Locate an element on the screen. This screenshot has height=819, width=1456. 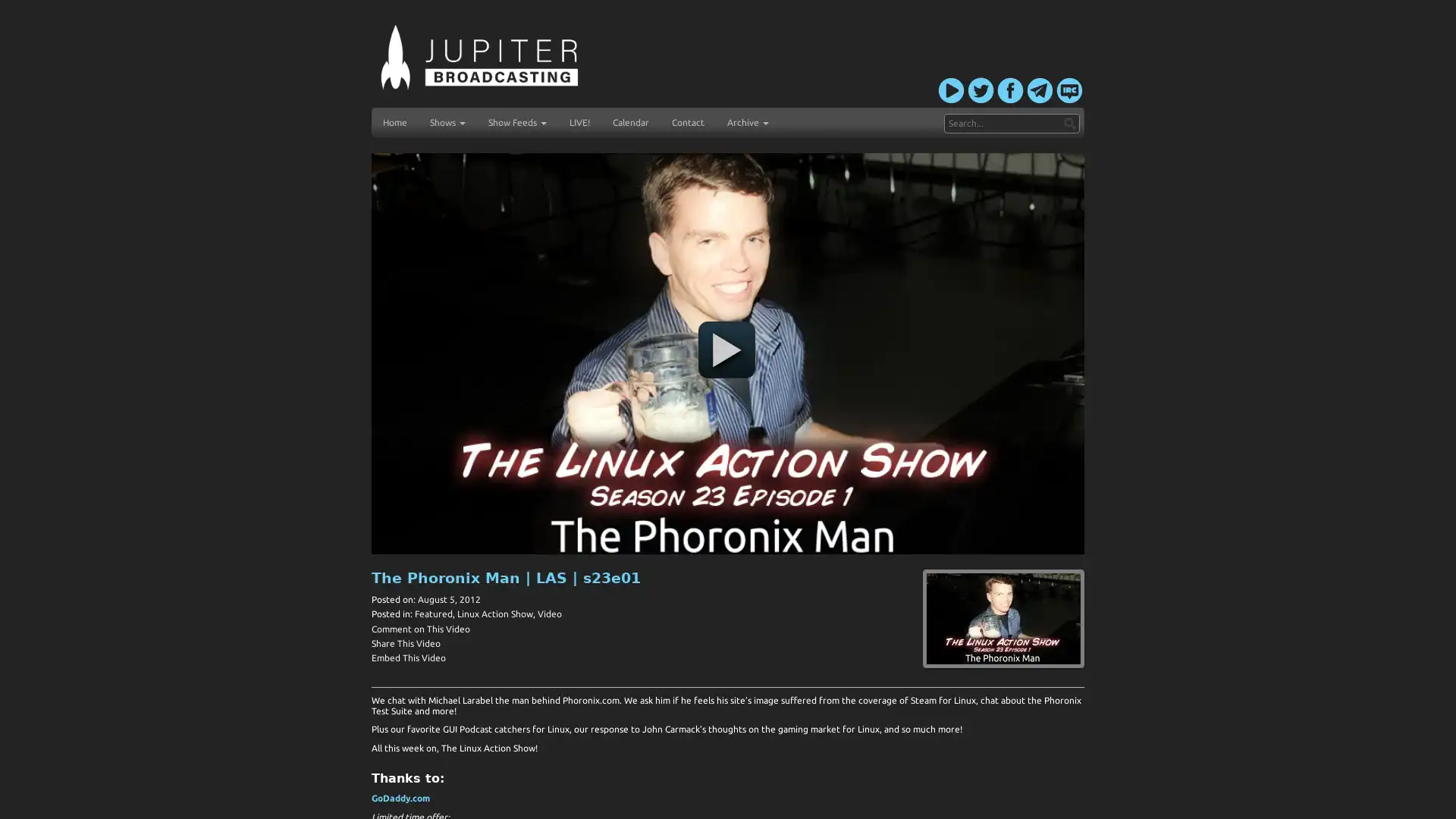
Submit is located at coordinates (1069, 122).